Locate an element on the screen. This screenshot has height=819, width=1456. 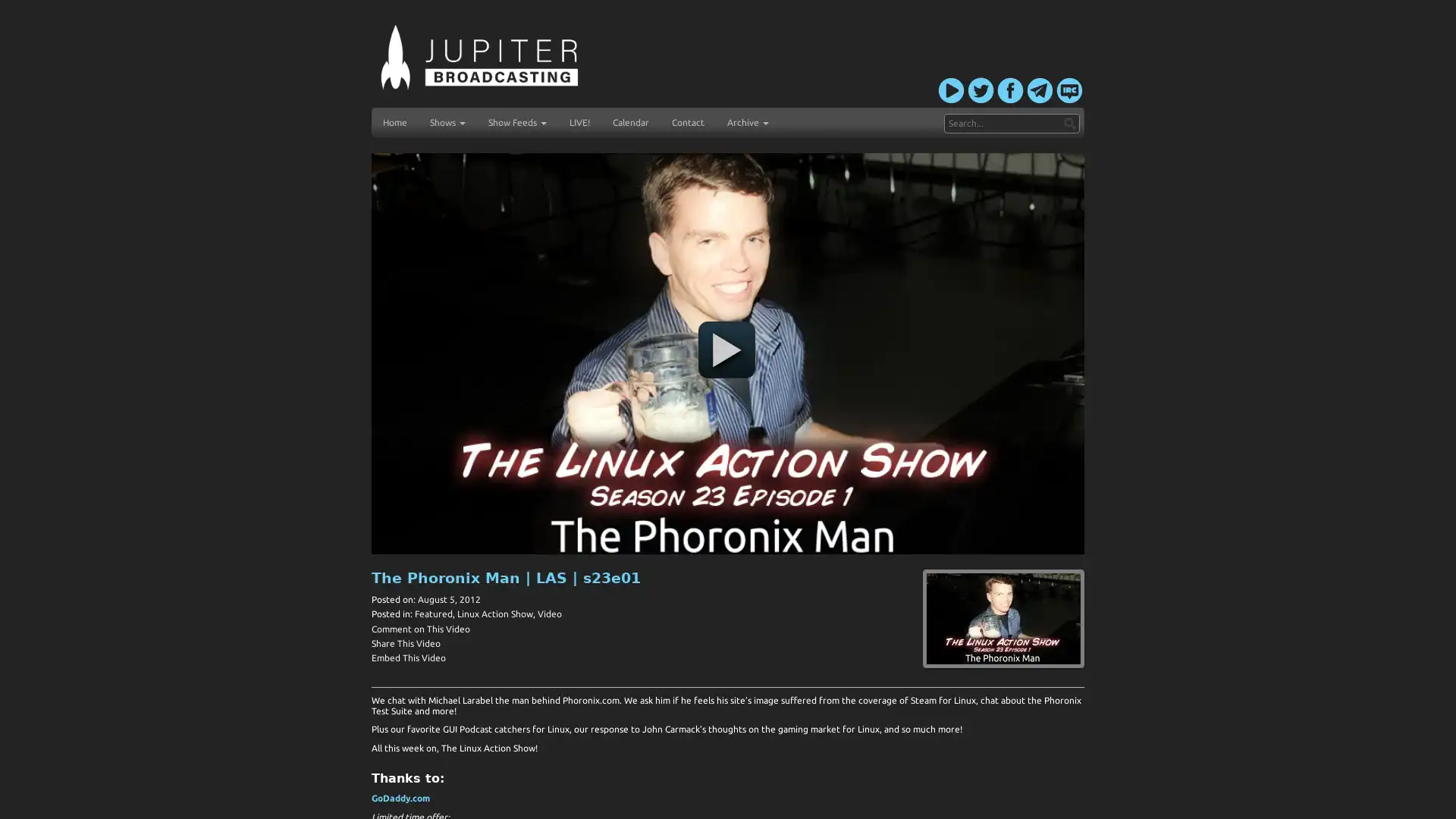
Submit is located at coordinates (1069, 122).